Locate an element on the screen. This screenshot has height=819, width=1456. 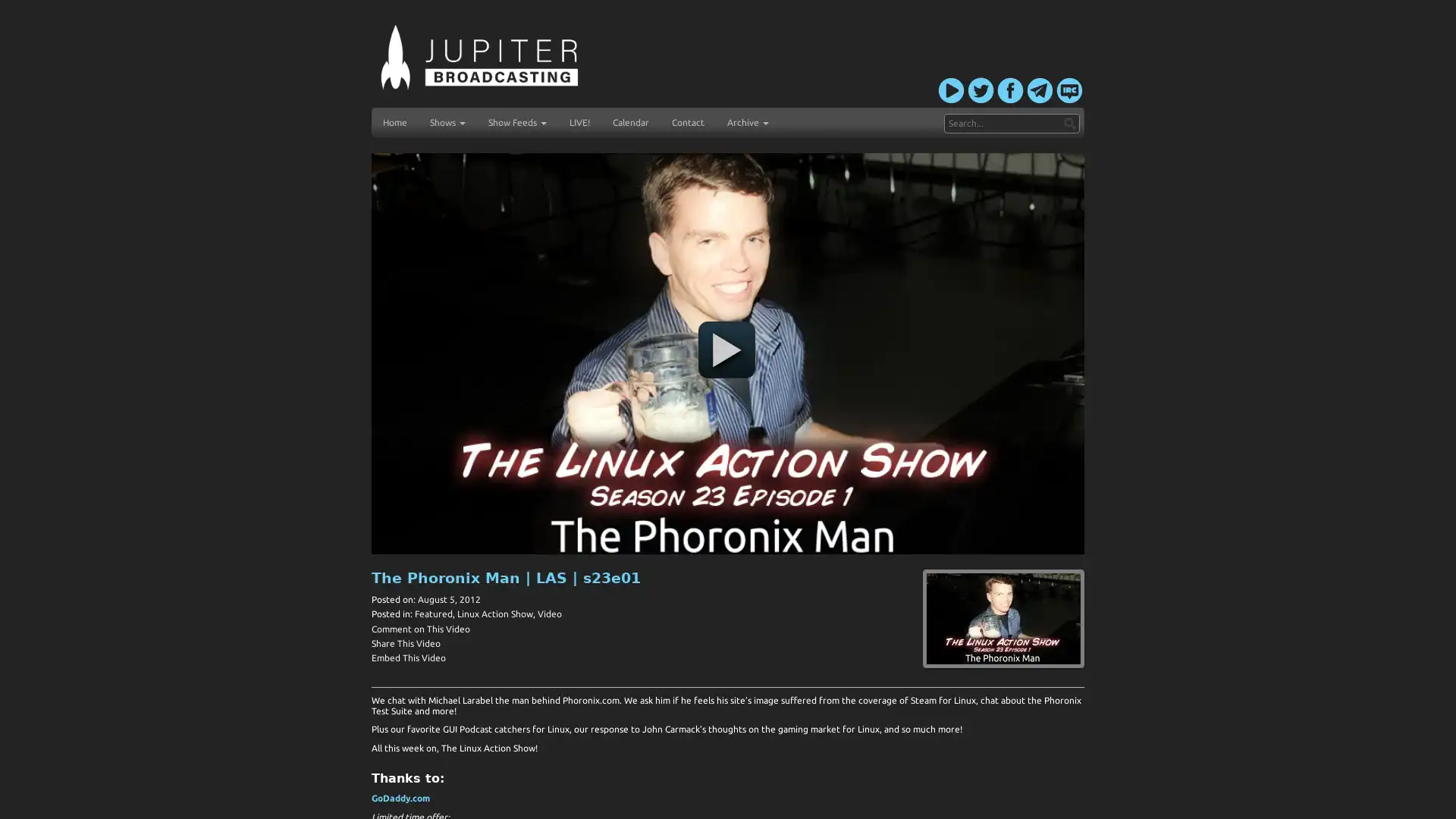
Submit is located at coordinates (1069, 122).